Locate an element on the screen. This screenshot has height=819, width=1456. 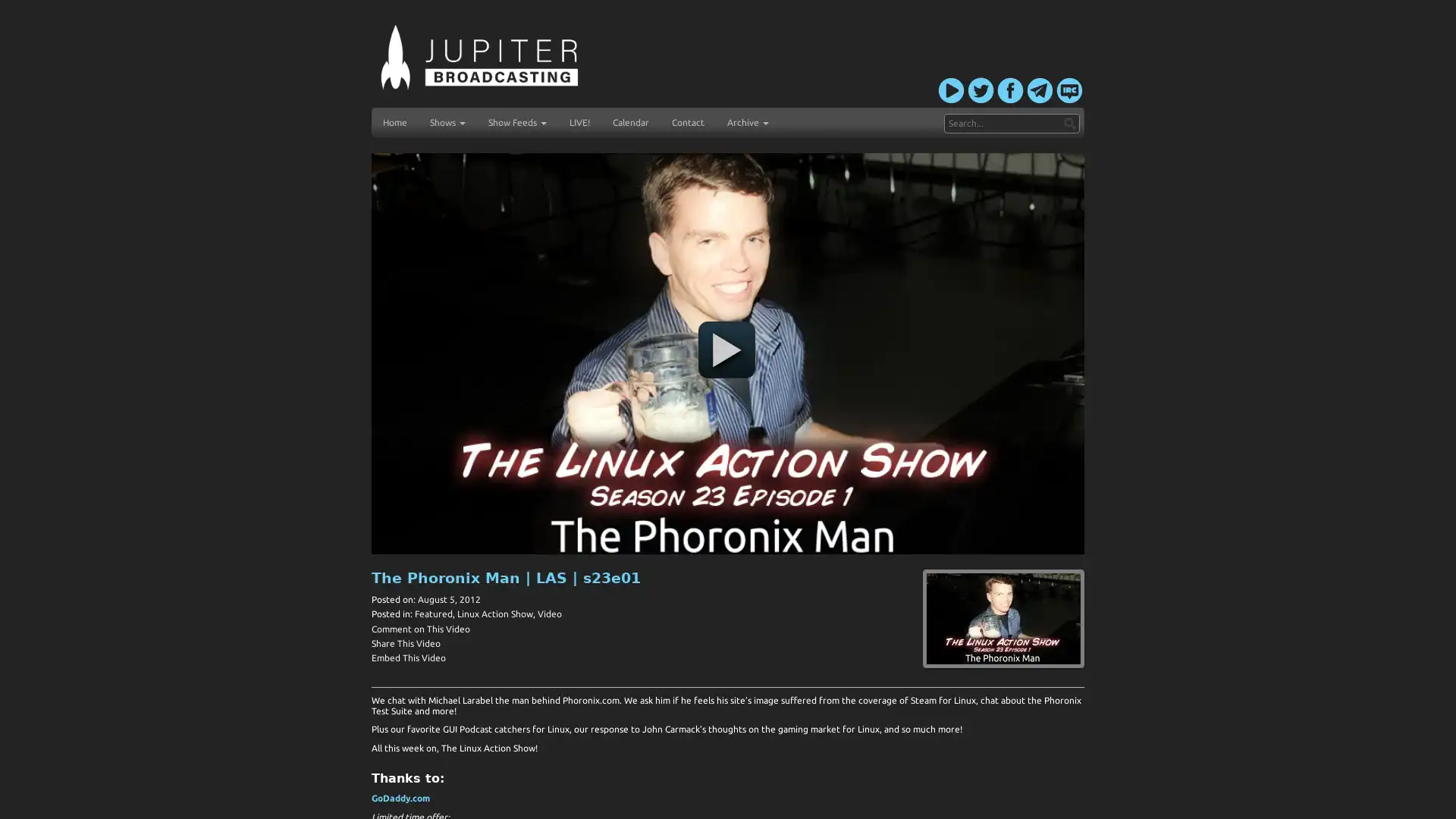
Submit is located at coordinates (1069, 122).